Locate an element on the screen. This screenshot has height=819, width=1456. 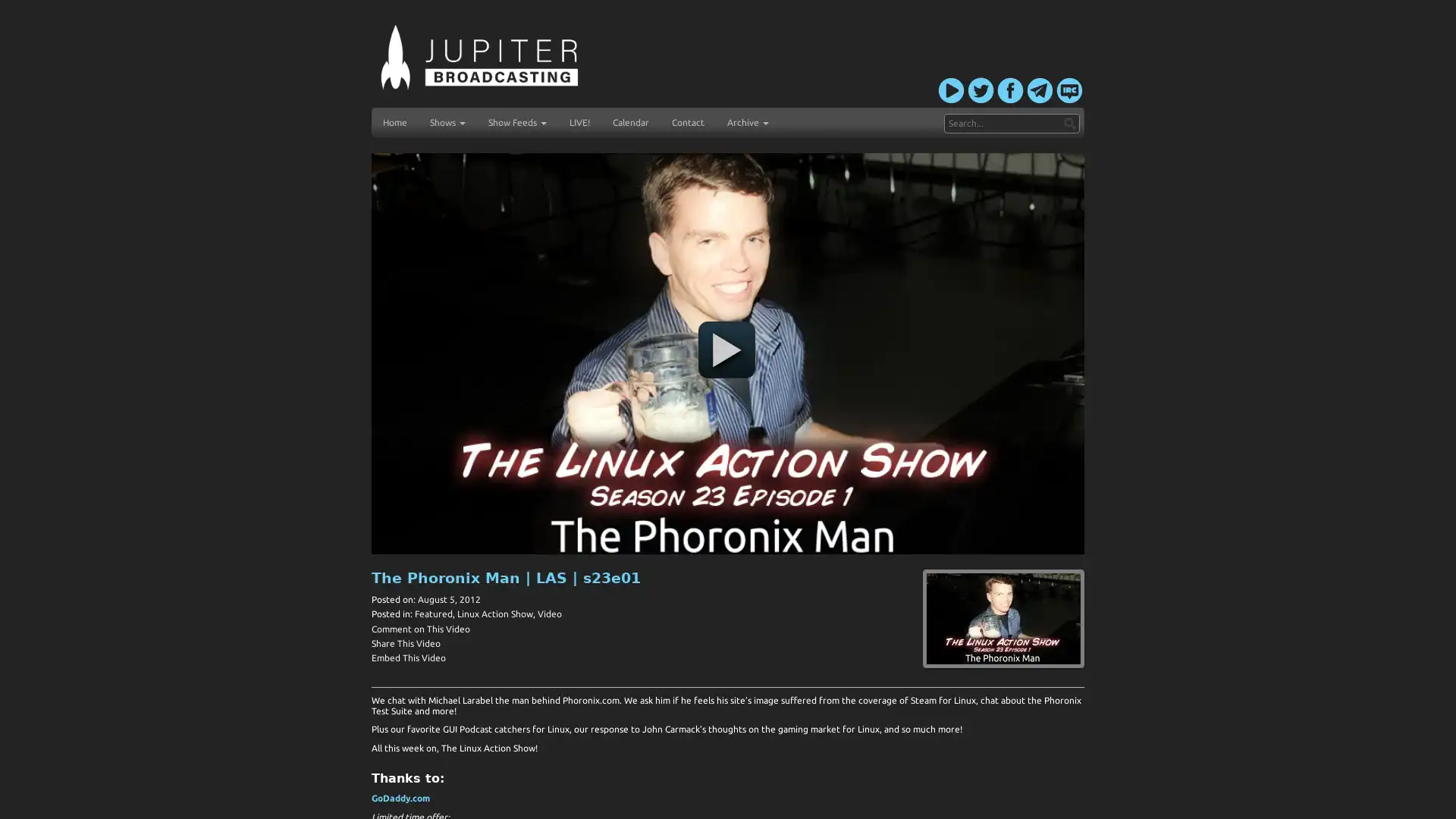
Submit is located at coordinates (1069, 122).